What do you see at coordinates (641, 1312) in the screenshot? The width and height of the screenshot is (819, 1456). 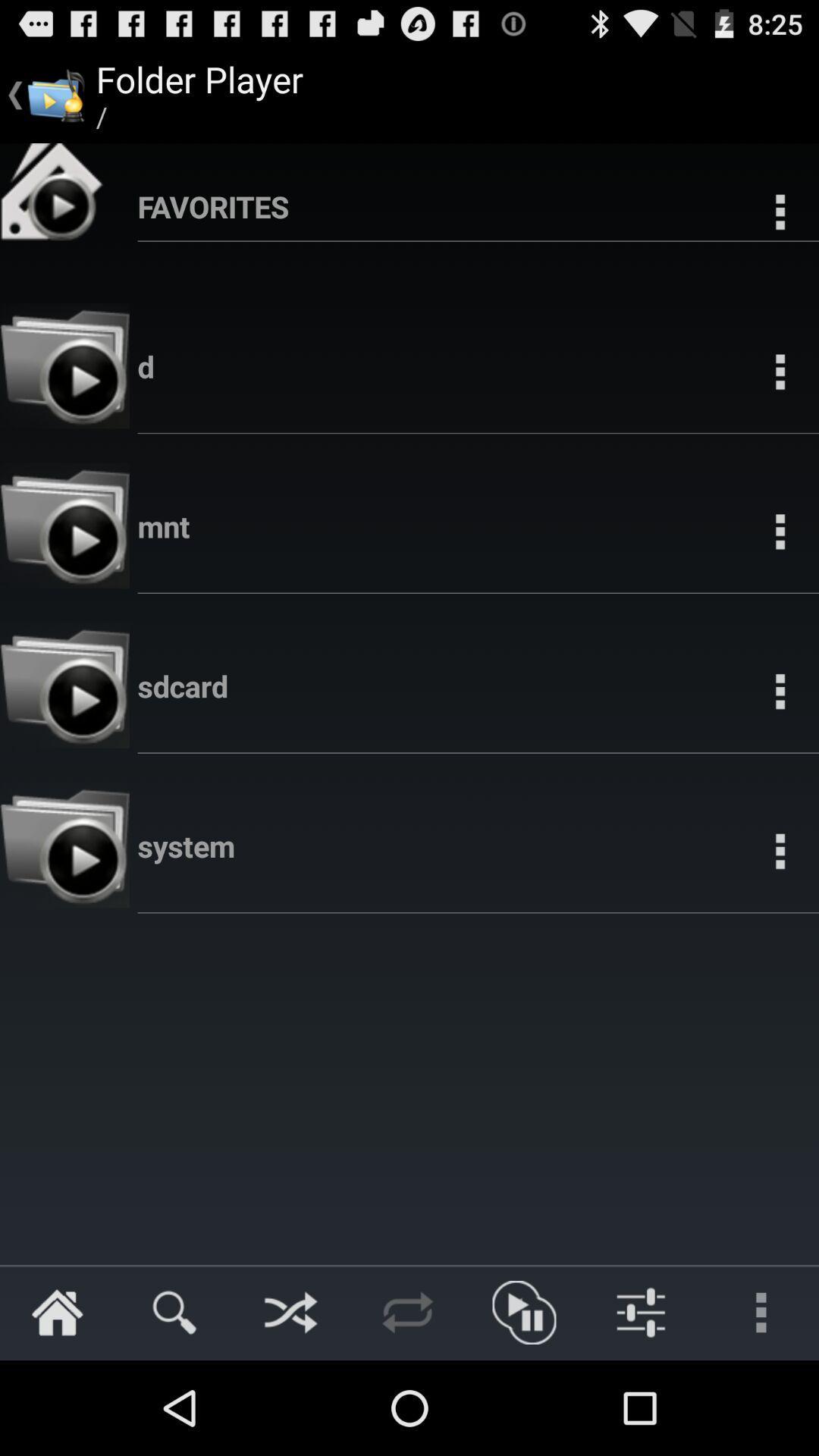 I see `the second image from left at the bottom of the page` at bounding box center [641, 1312].